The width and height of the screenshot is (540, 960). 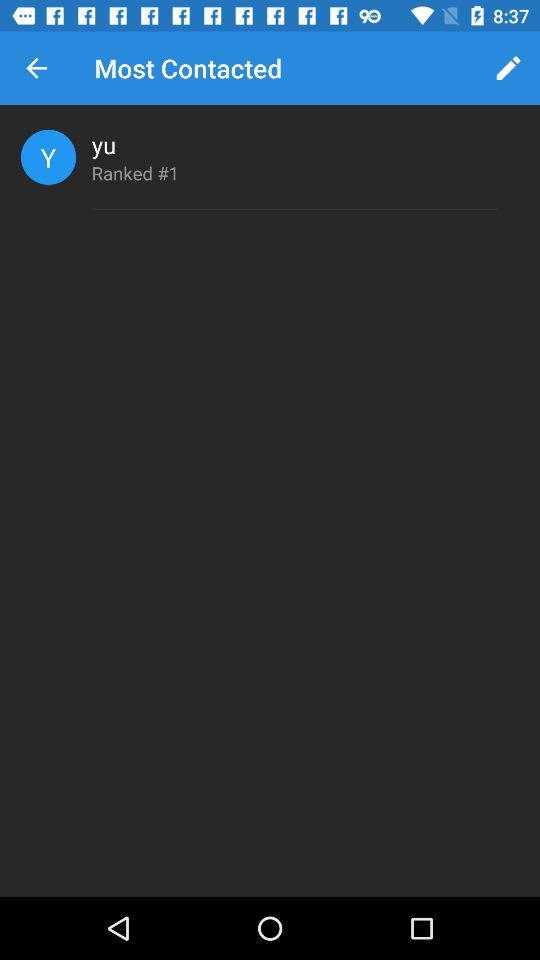 I want to click on icon below the most contacted, so click(x=104, y=143).